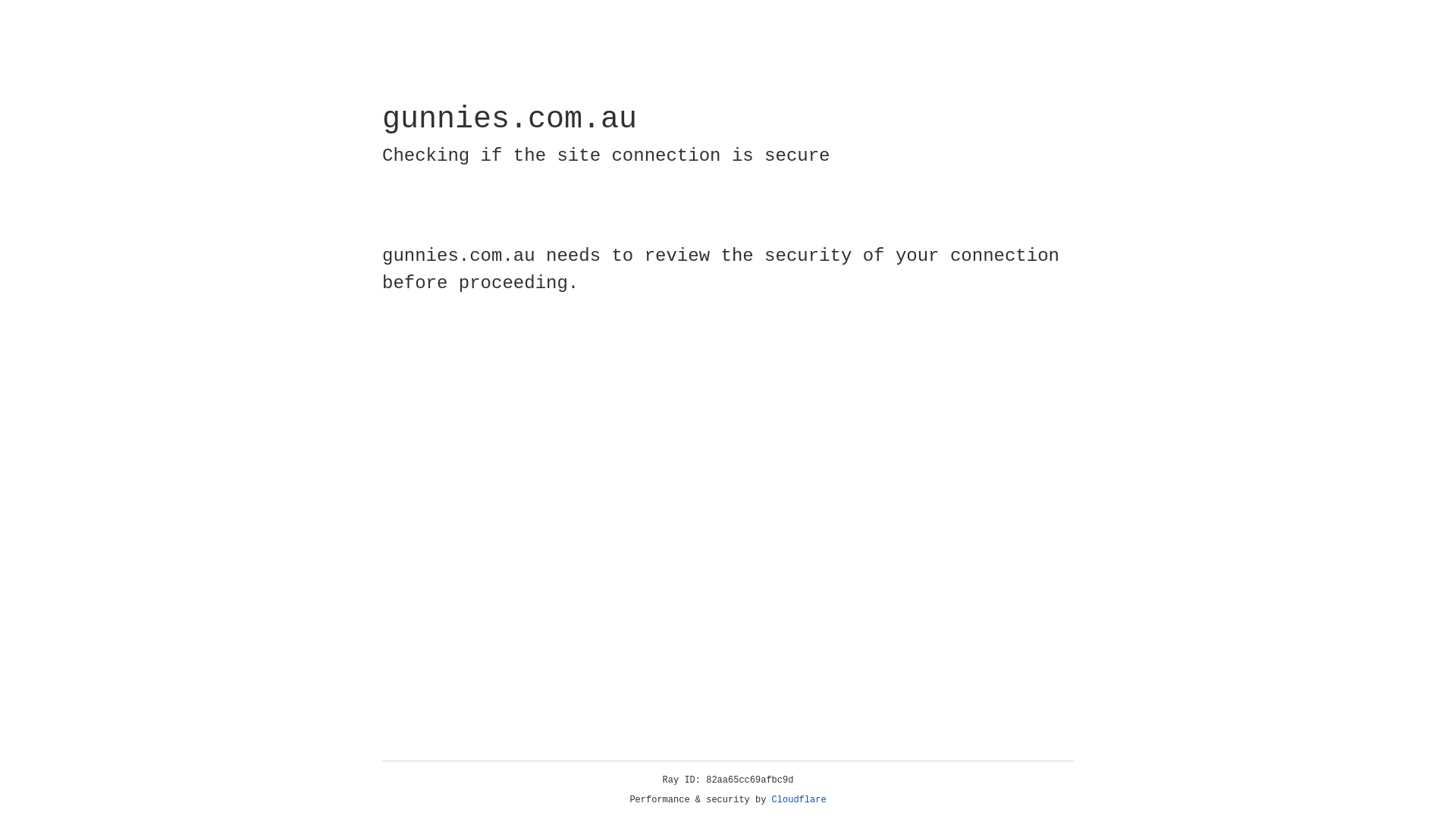 The width and height of the screenshot is (1456, 819). What do you see at coordinates (799, 799) in the screenshot?
I see `'Cloudflare'` at bounding box center [799, 799].